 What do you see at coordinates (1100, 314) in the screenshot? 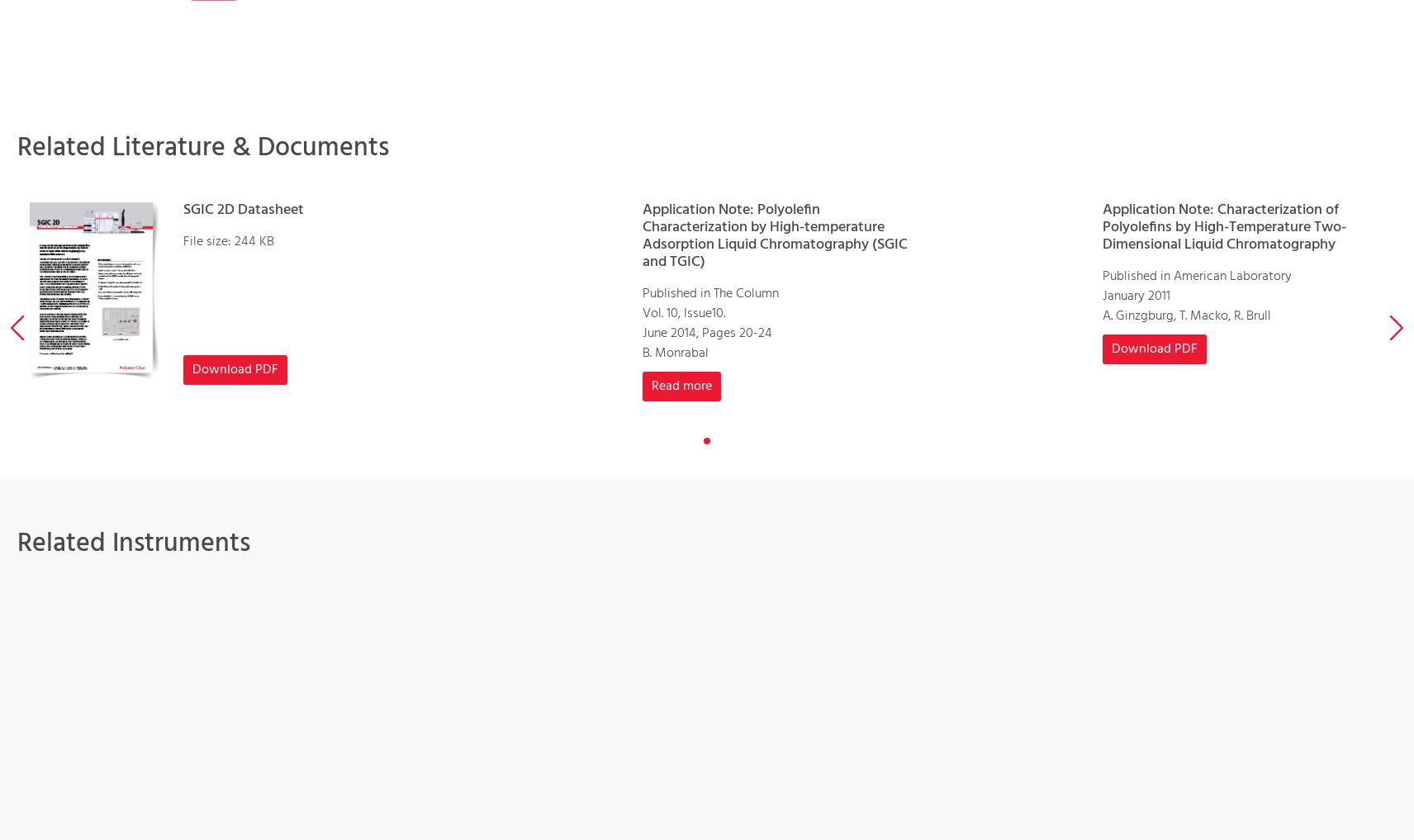
I see `'A. Ginzgburg, T. Macko, R. Brull'` at bounding box center [1100, 314].